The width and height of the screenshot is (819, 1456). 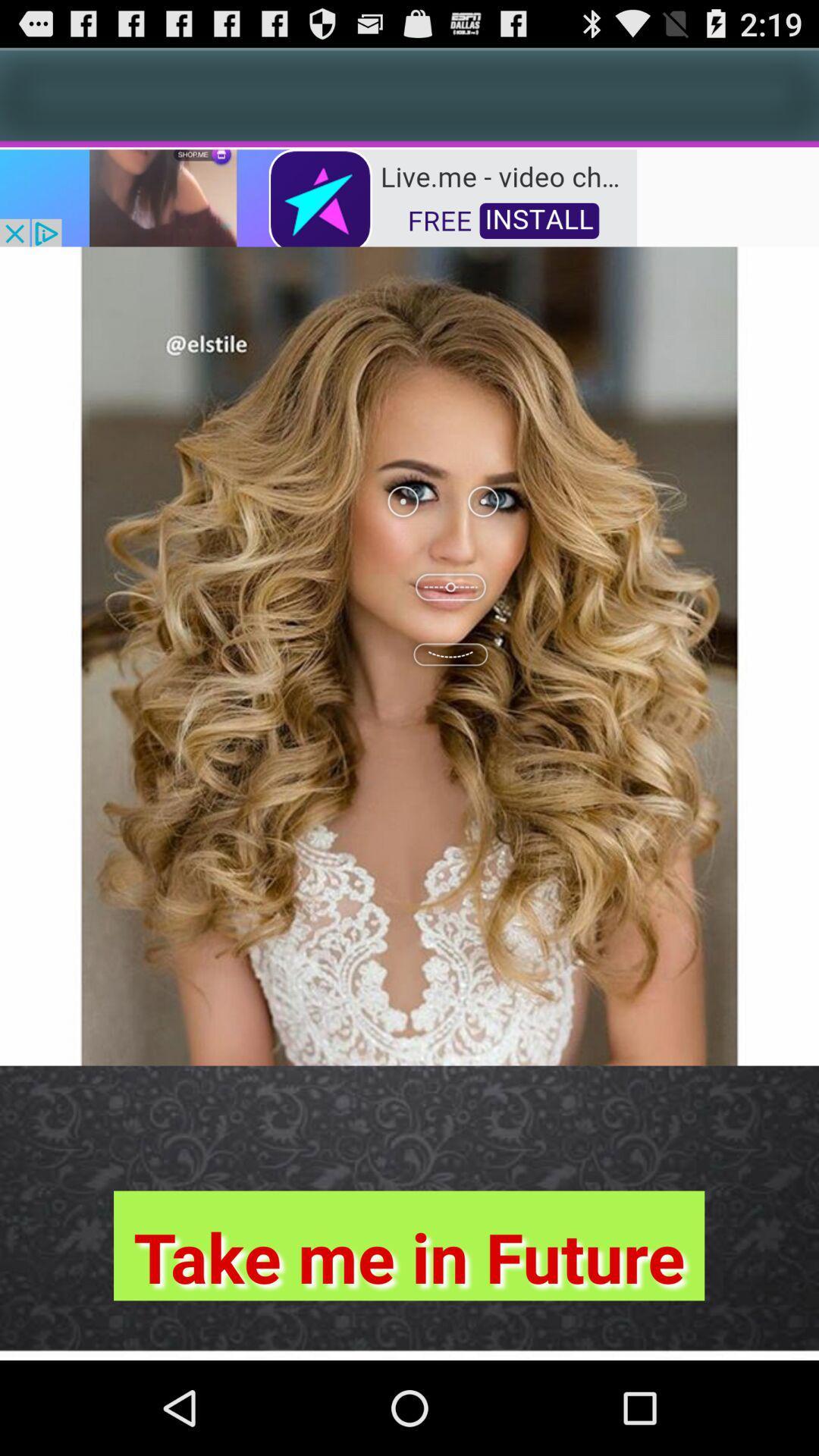 I want to click on enlarge advertisement, so click(x=318, y=196).